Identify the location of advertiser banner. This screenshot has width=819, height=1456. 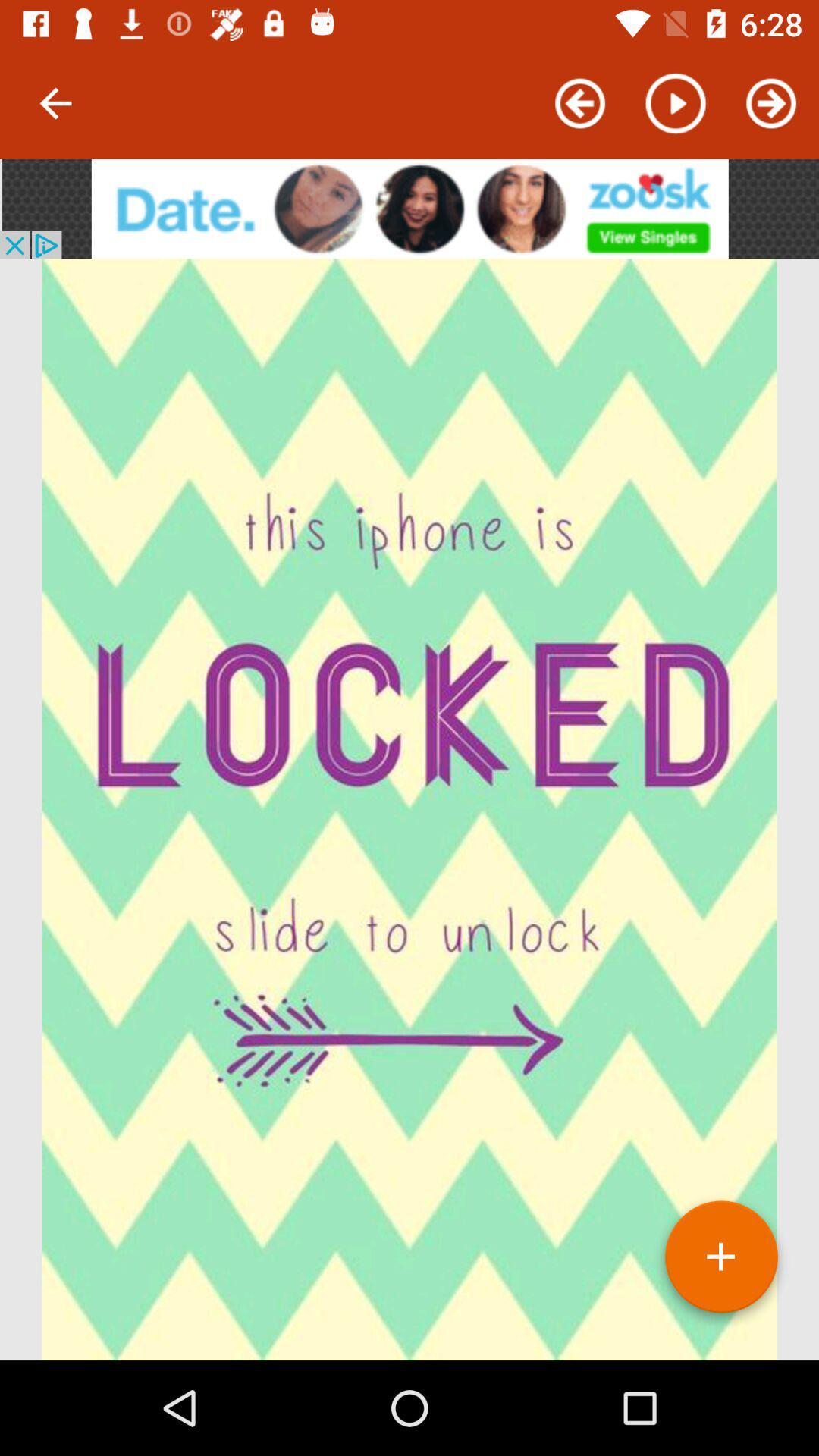
(409, 208).